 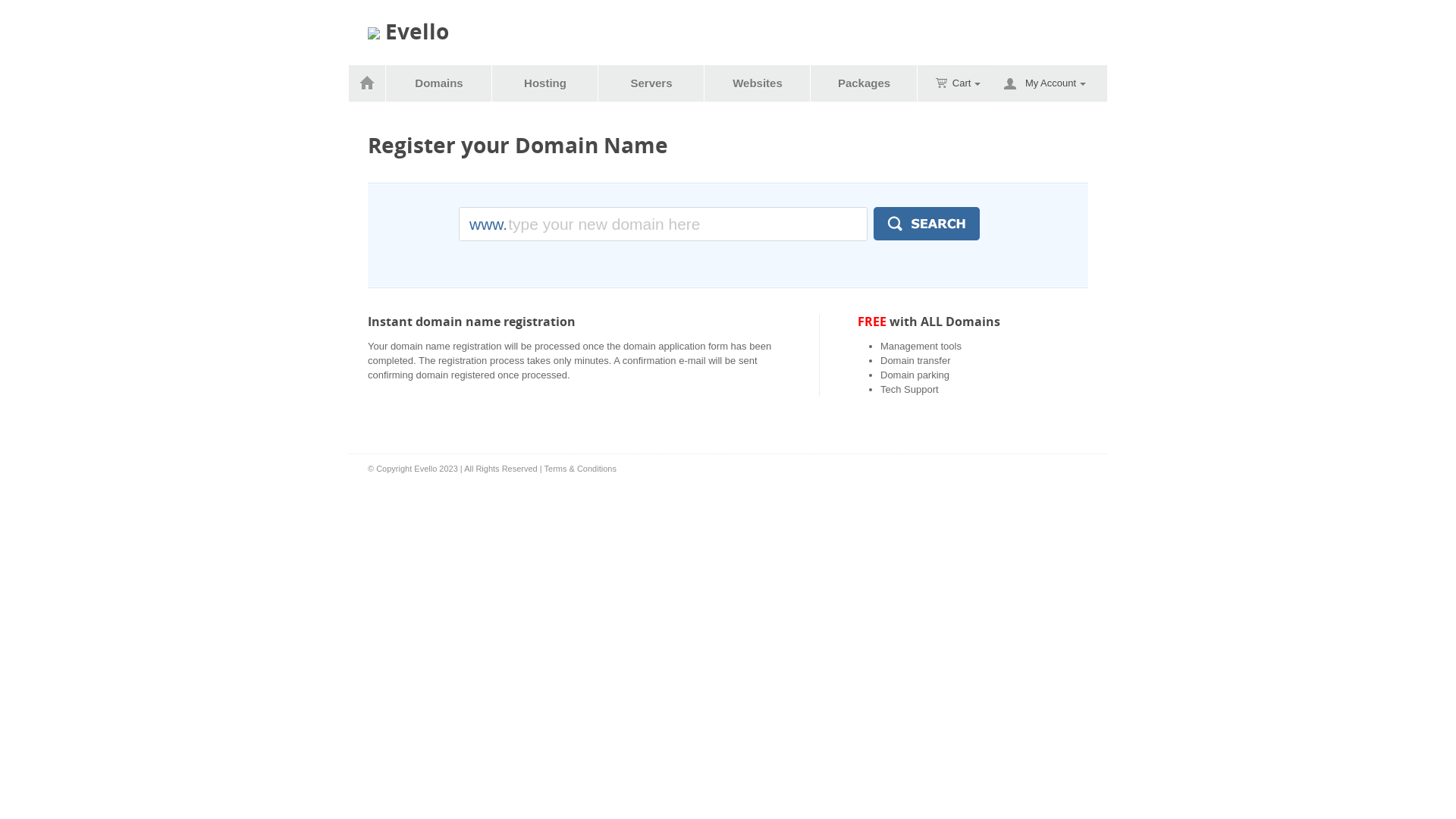 I want to click on 'Packages', so click(x=811, y=83).